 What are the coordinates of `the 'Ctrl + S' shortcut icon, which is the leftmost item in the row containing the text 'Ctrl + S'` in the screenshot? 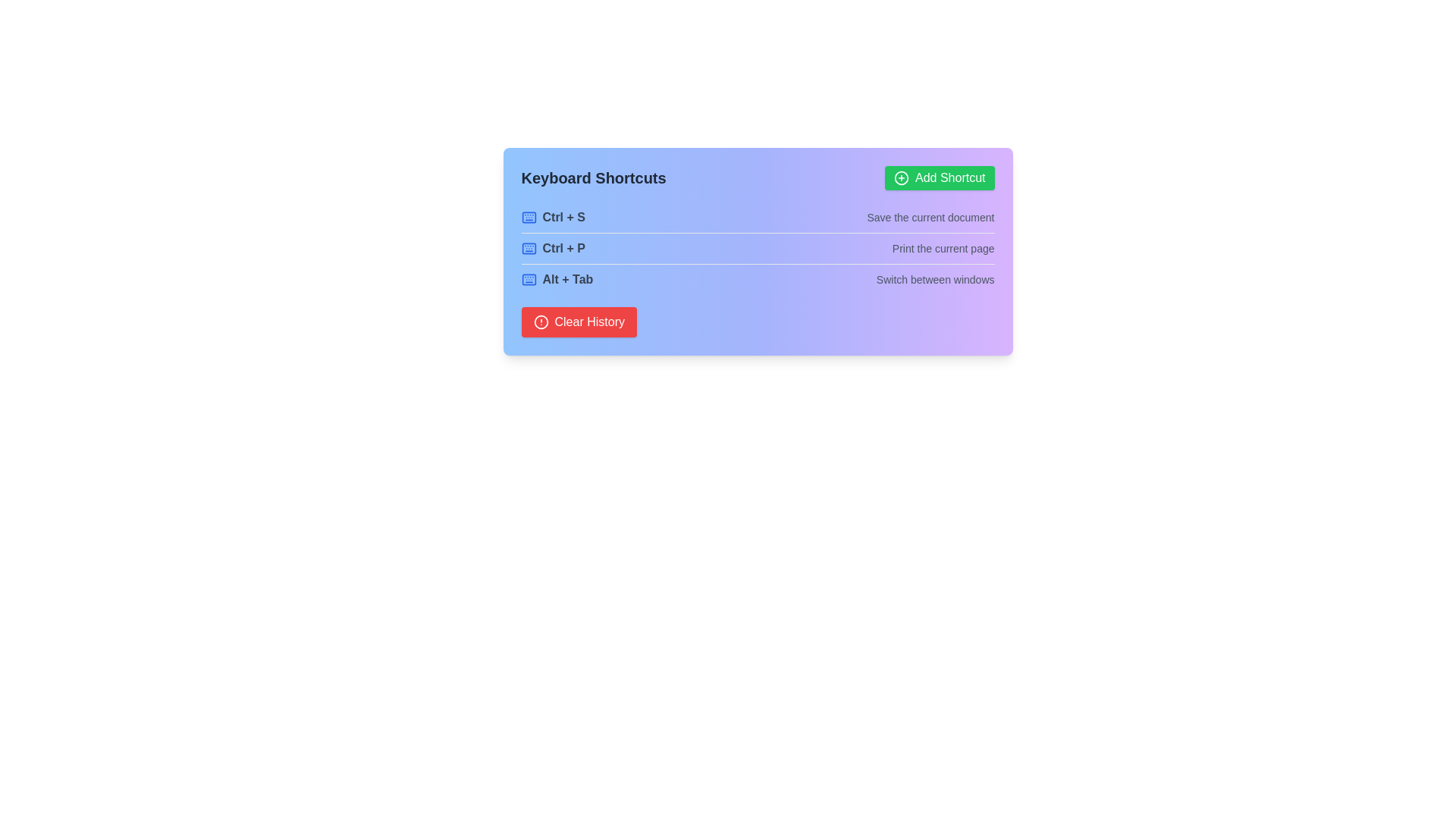 It's located at (529, 217).